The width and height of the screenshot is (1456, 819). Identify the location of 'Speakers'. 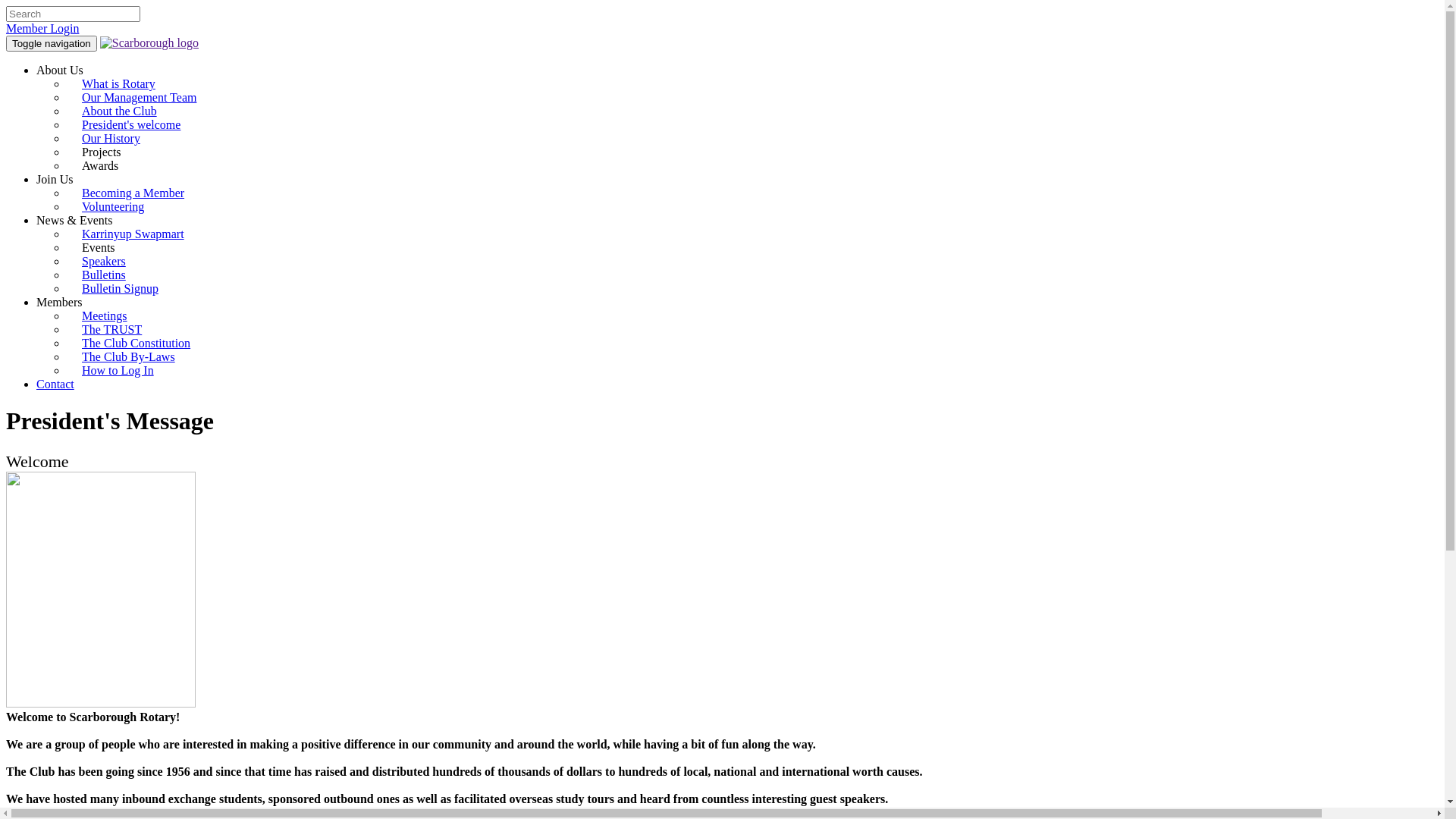
(103, 260).